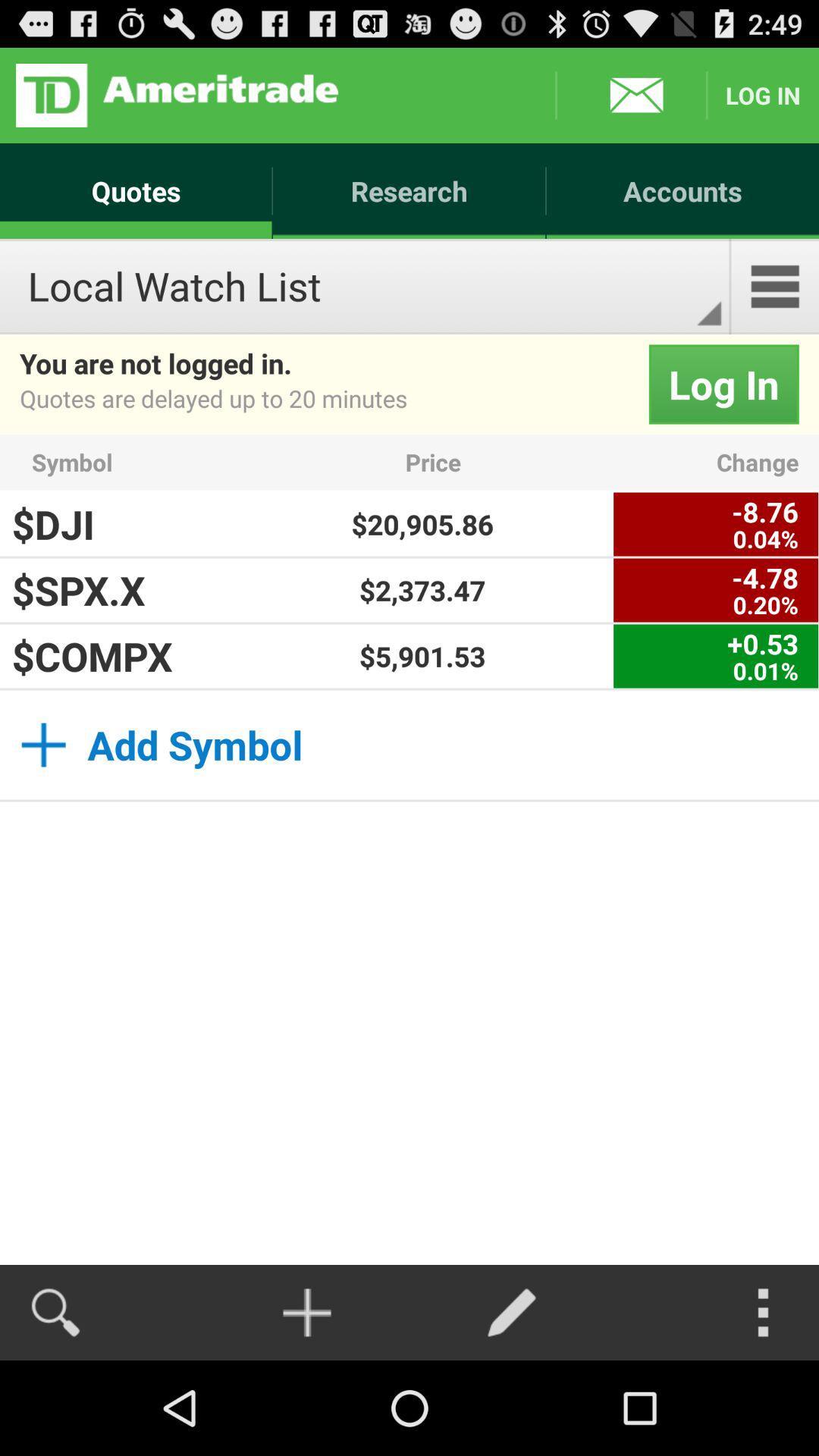 The height and width of the screenshot is (1456, 819). What do you see at coordinates (422, 524) in the screenshot?
I see `item below the symbol app` at bounding box center [422, 524].